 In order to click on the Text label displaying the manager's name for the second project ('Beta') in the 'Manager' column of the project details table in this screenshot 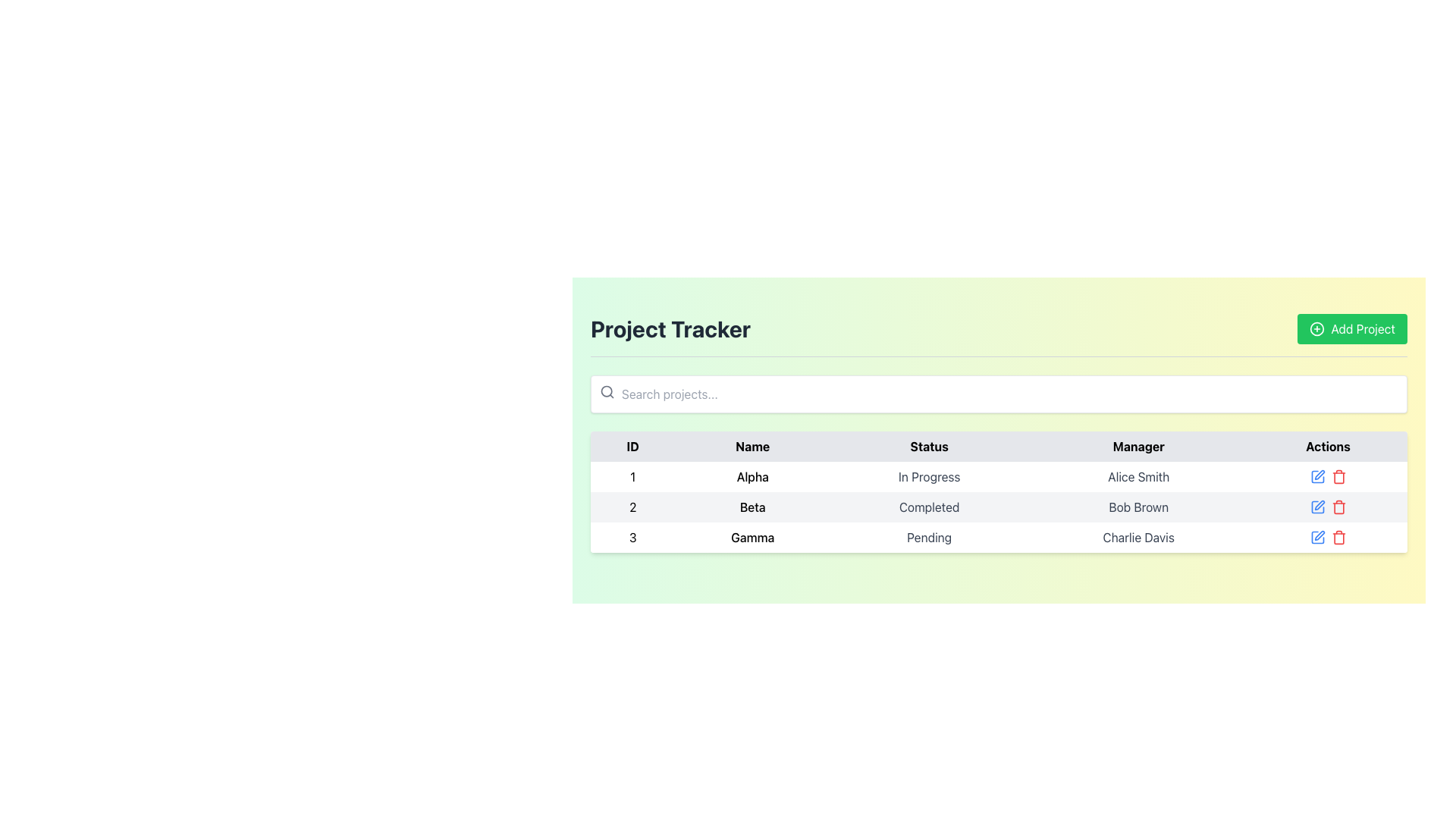, I will do `click(1138, 507)`.